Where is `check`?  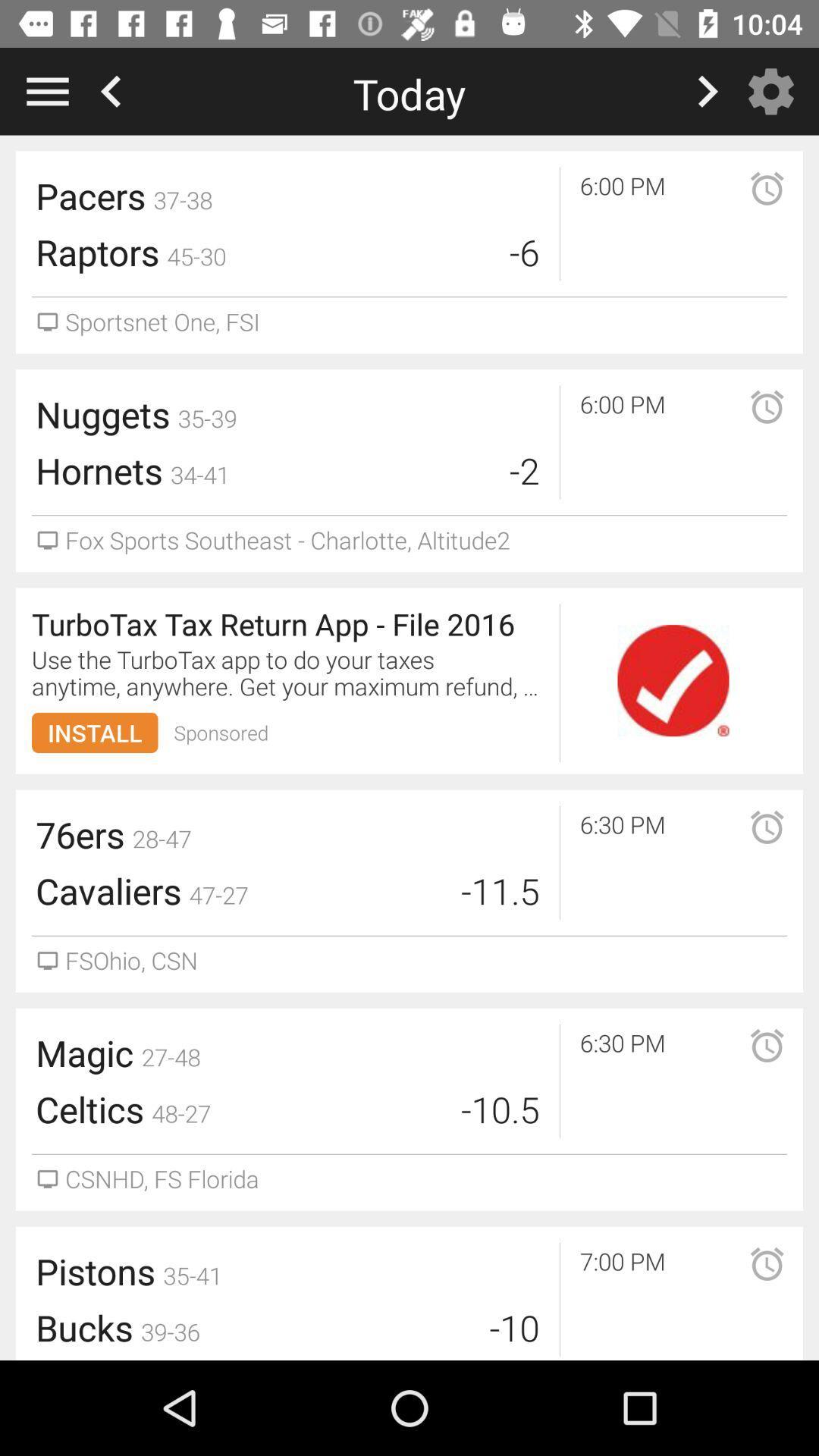 check is located at coordinates (672, 679).